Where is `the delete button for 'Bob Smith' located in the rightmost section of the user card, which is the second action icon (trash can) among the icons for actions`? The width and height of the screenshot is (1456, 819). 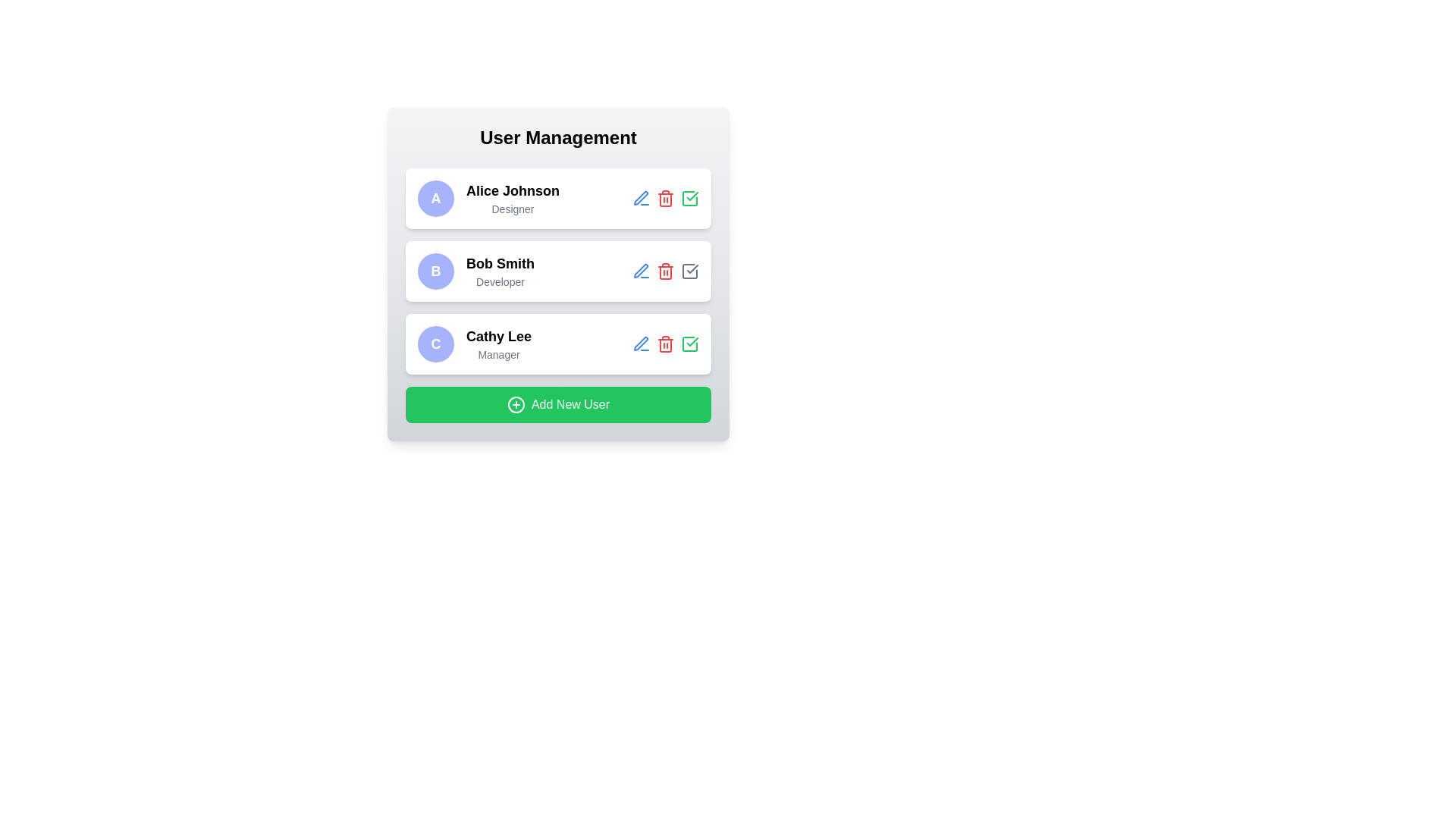 the delete button for 'Bob Smith' located in the rightmost section of the user card, which is the second action icon (trash can) among the icons for actions is located at coordinates (666, 271).